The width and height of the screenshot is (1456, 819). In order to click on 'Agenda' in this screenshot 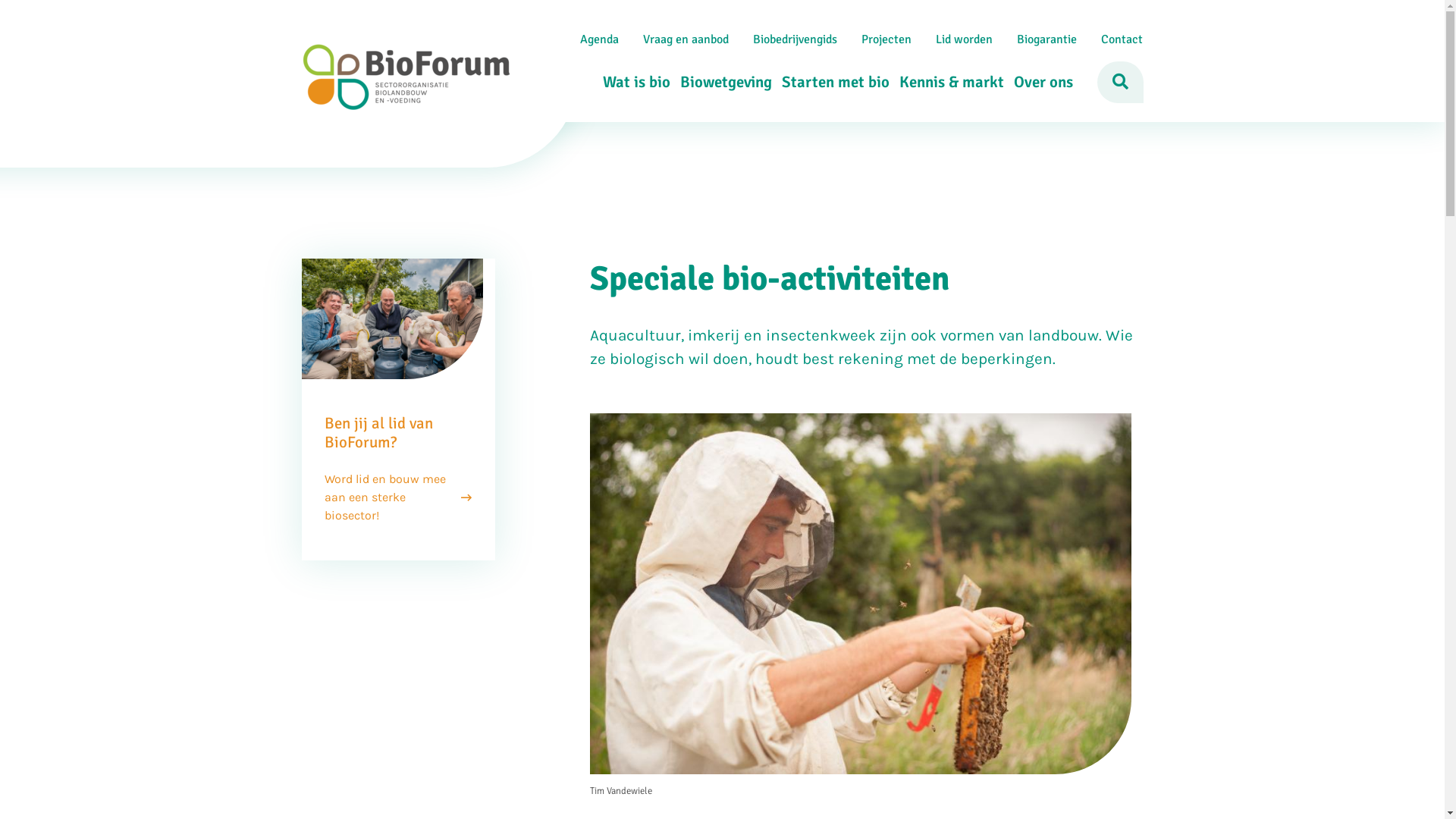, I will do `click(598, 38)`.